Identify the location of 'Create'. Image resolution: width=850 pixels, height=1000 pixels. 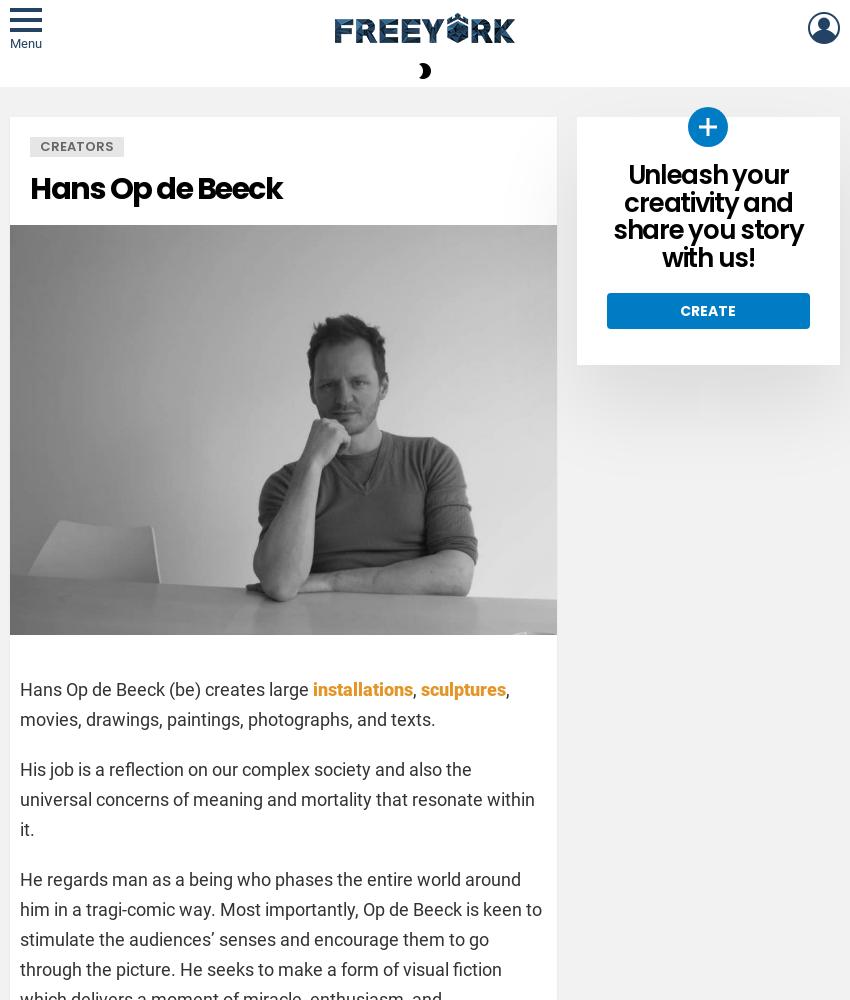
(706, 310).